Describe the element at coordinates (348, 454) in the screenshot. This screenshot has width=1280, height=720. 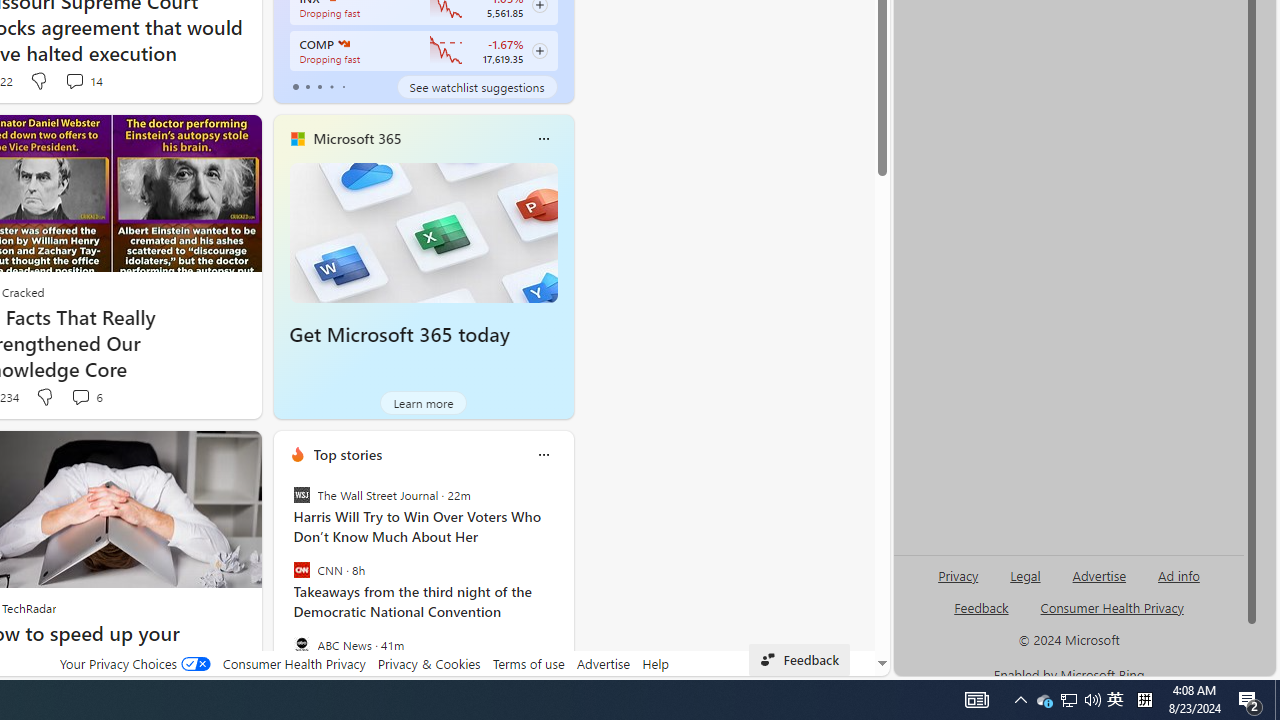
I see `'Top stories'` at that location.